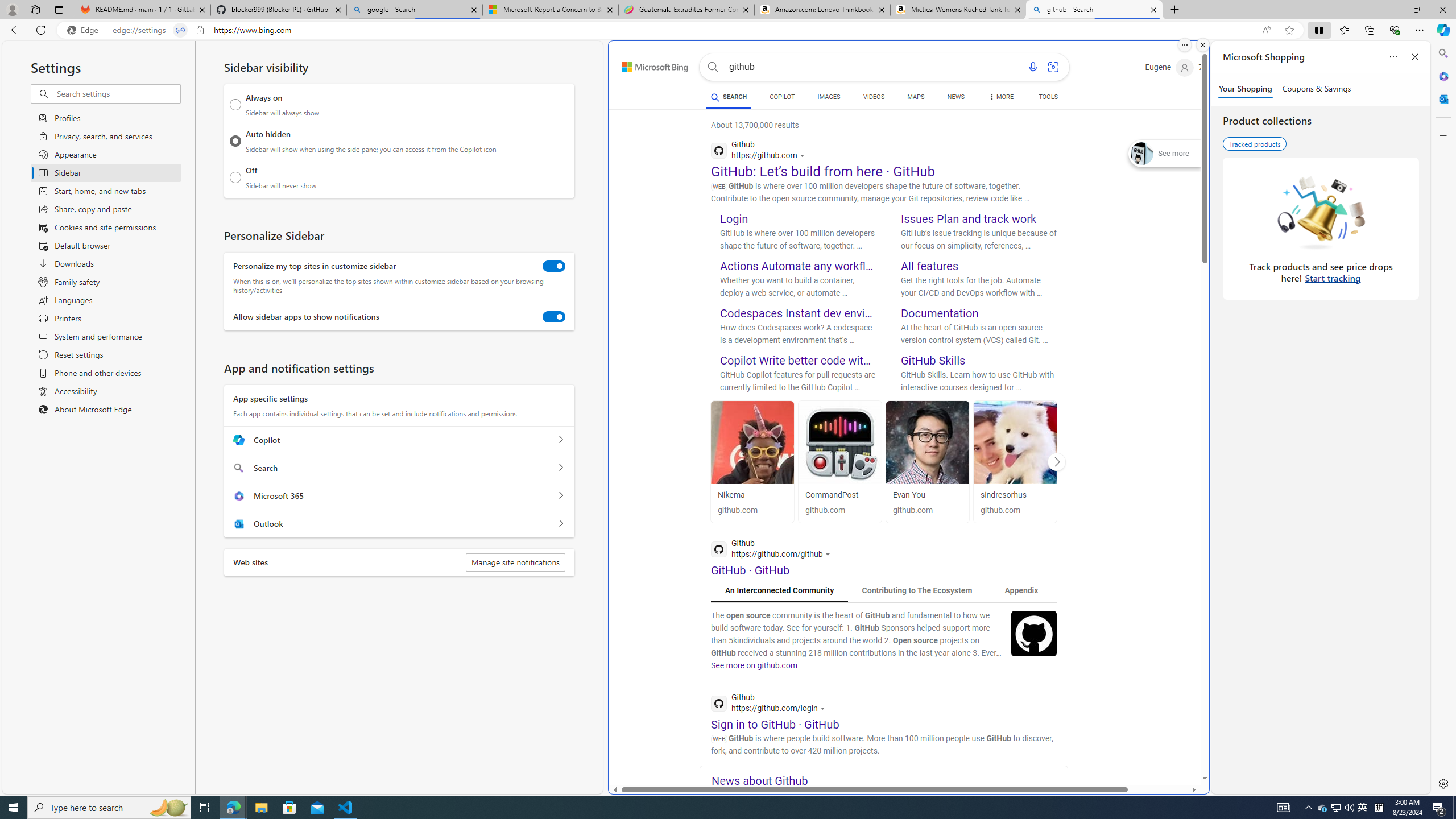 The image size is (1456, 819). I want to click on 'Issues Plan and track work', so click(969, 218).